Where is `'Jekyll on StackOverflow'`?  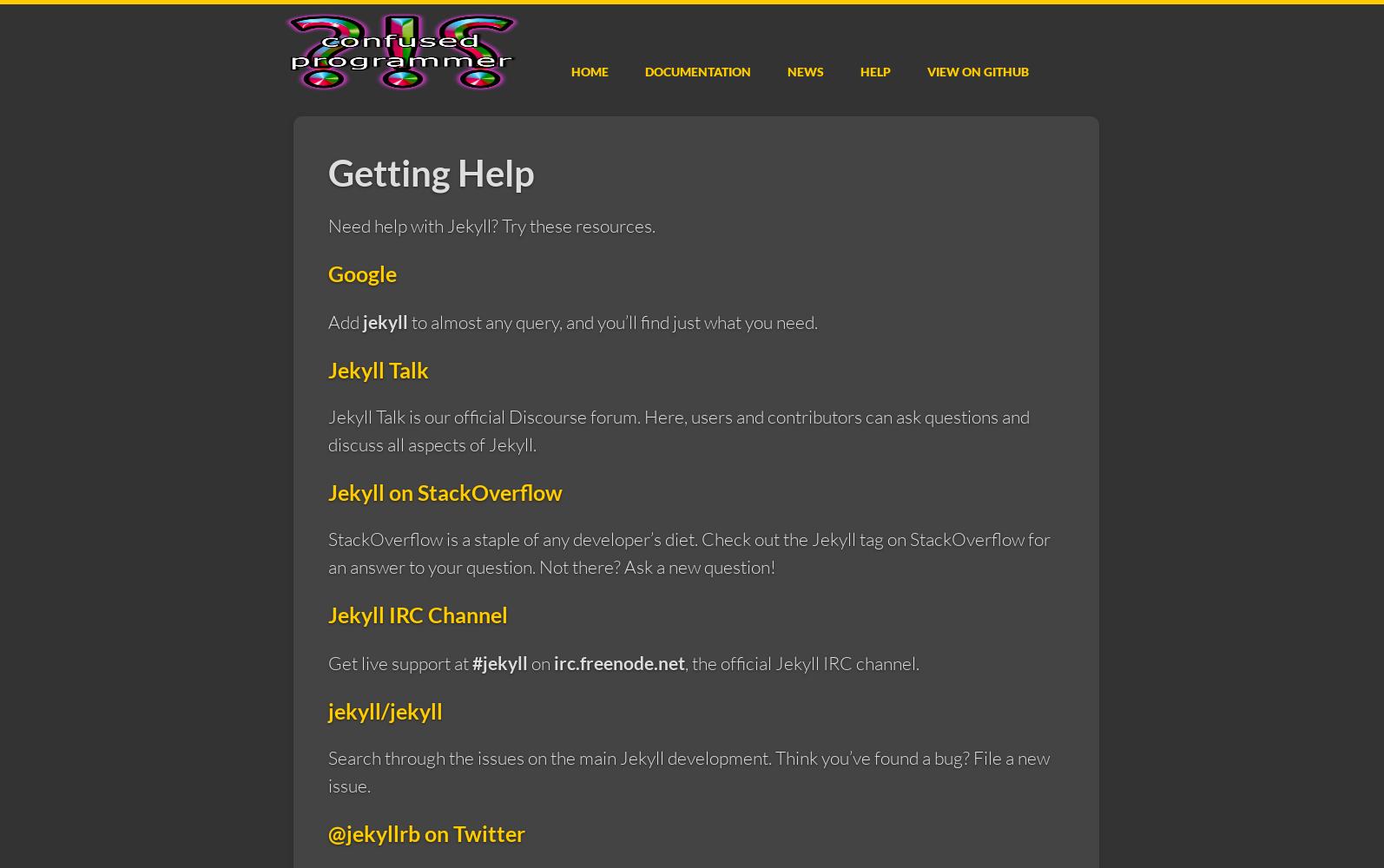 'Jekyll on StackOverflow' is located at coordinates (444, 490).